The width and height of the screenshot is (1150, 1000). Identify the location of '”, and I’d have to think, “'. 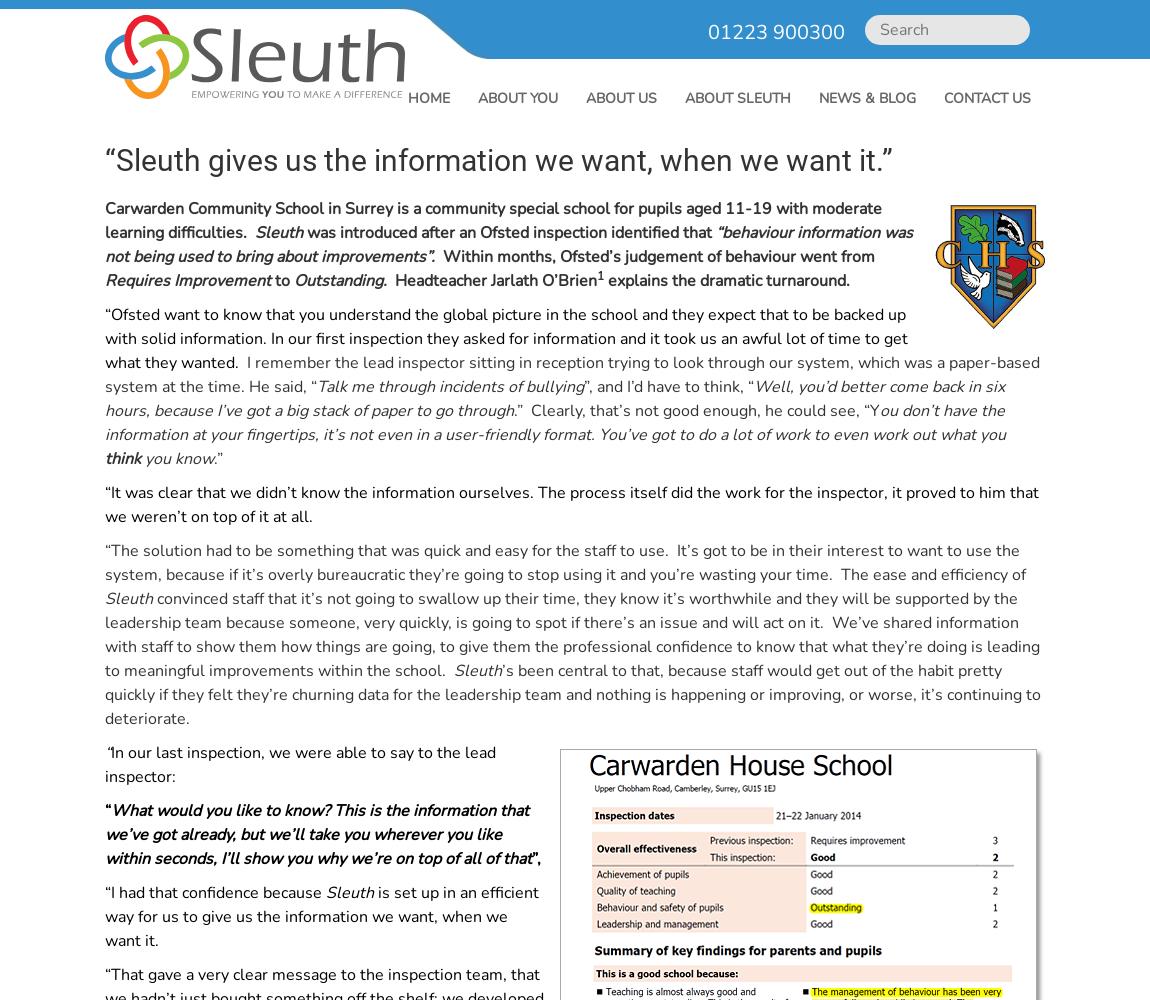
(582, 387).